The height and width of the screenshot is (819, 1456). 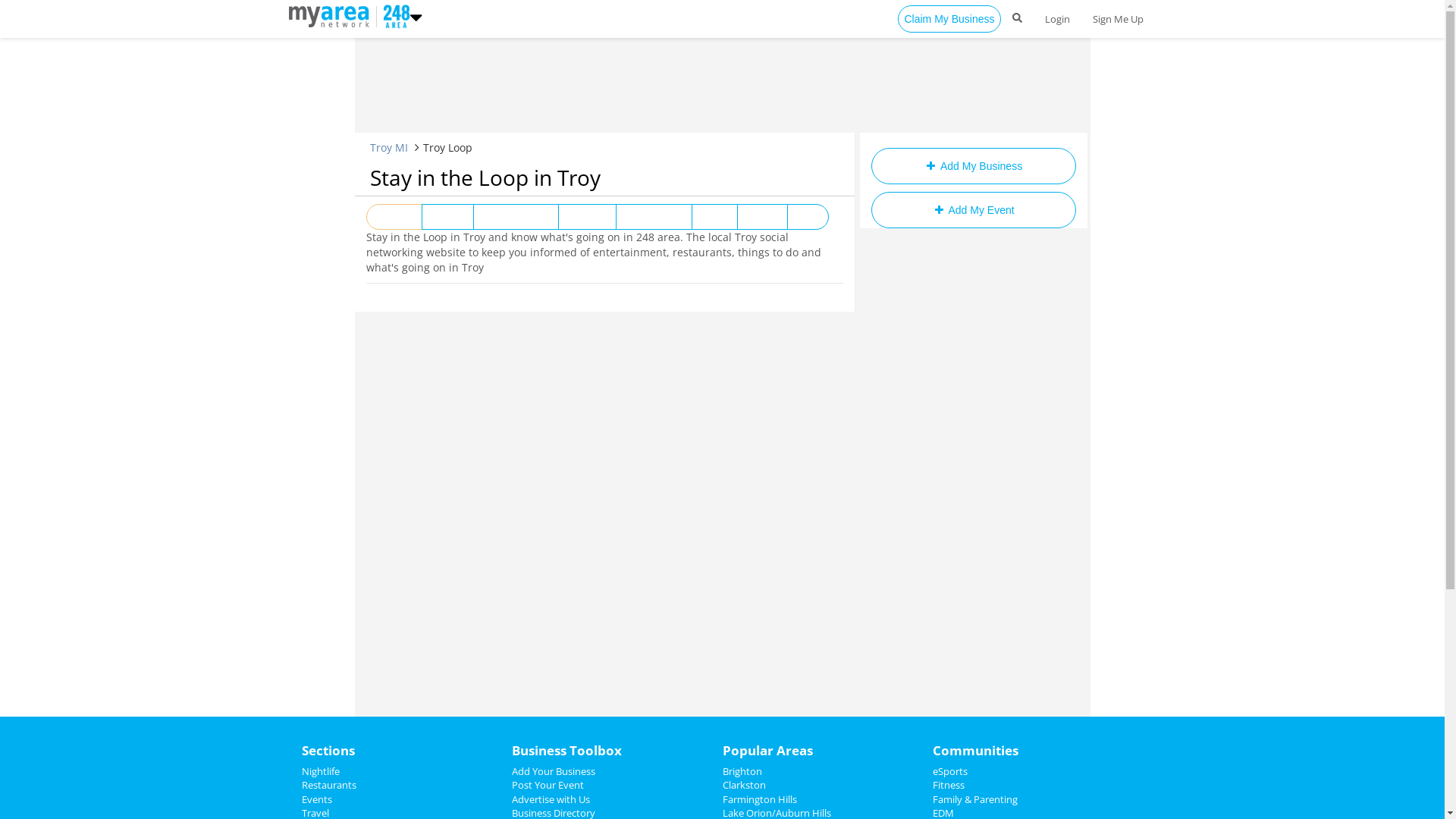 What do you see at coordinates (743, 784) in the screenshot?
I see `'Clarkston'` at bounding box center [743, 784].